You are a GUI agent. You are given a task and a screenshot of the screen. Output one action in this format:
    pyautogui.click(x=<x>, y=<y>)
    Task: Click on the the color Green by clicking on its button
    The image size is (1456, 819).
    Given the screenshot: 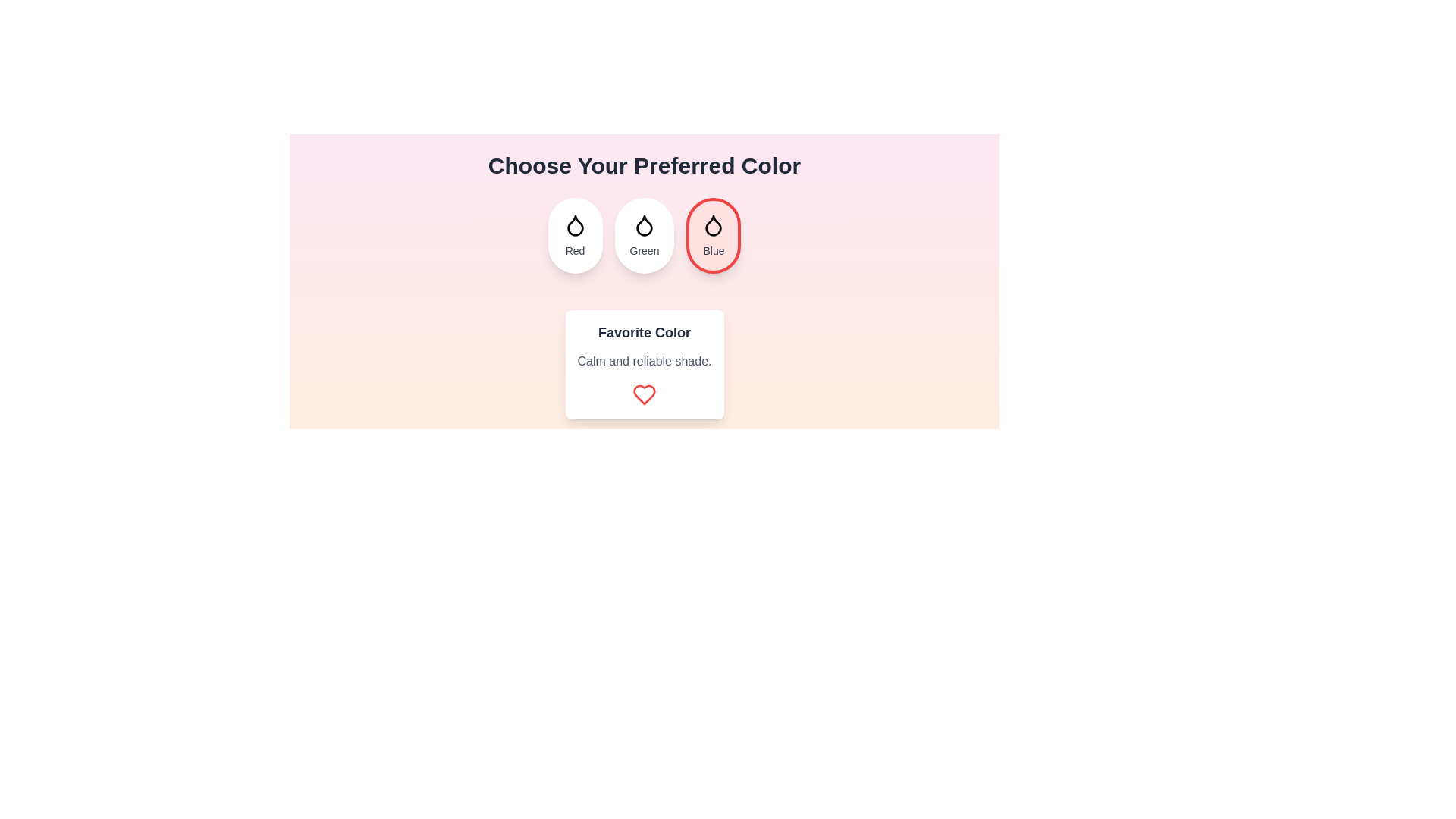 What is the action you would take?
    pyautogui.click(x=644, y=236)
    